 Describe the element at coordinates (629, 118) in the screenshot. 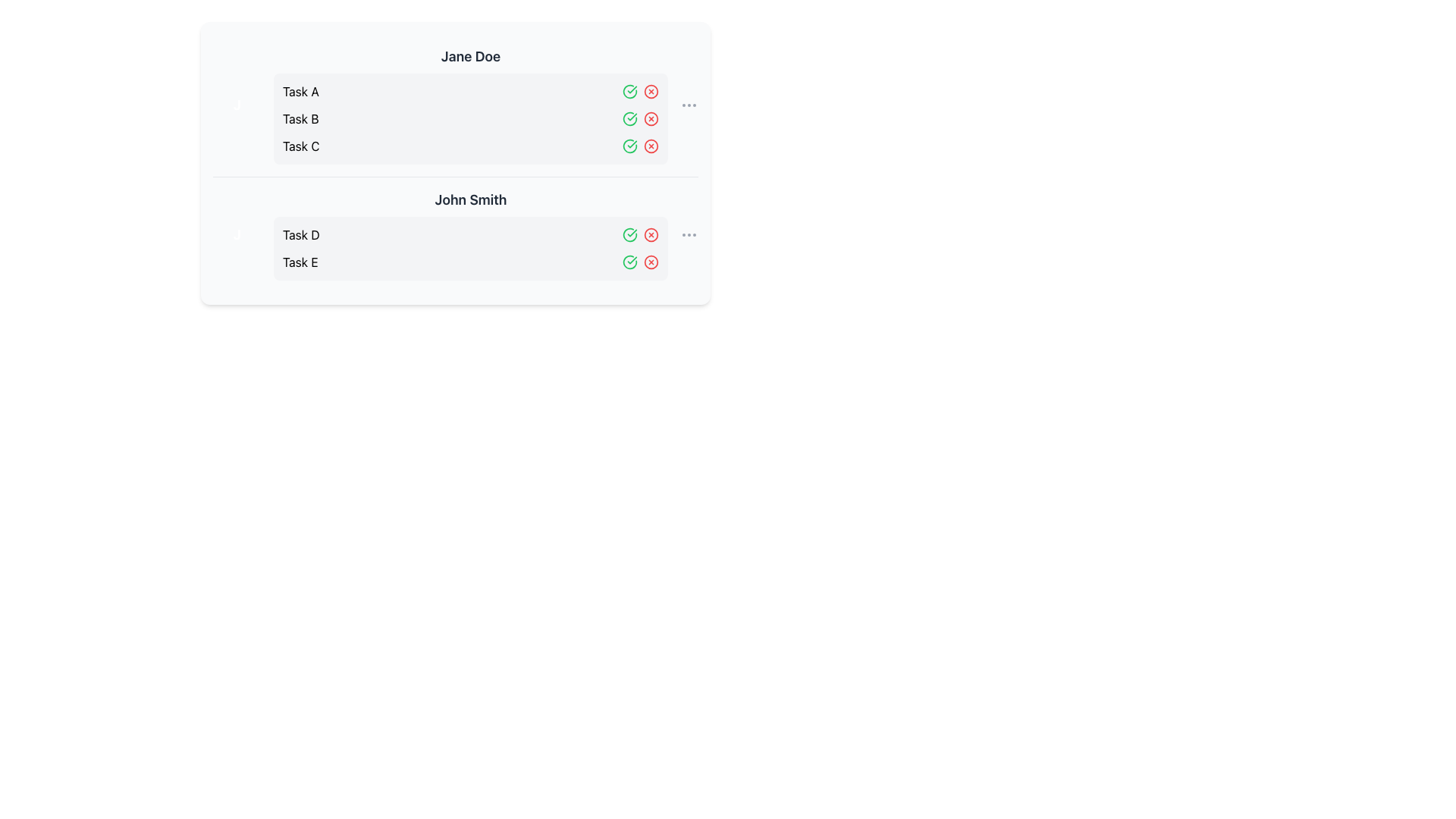

I see `the outer circular shape of the SVG icon indicating the task state for 'Jane Doe' in the right section of the first task row` at that location.